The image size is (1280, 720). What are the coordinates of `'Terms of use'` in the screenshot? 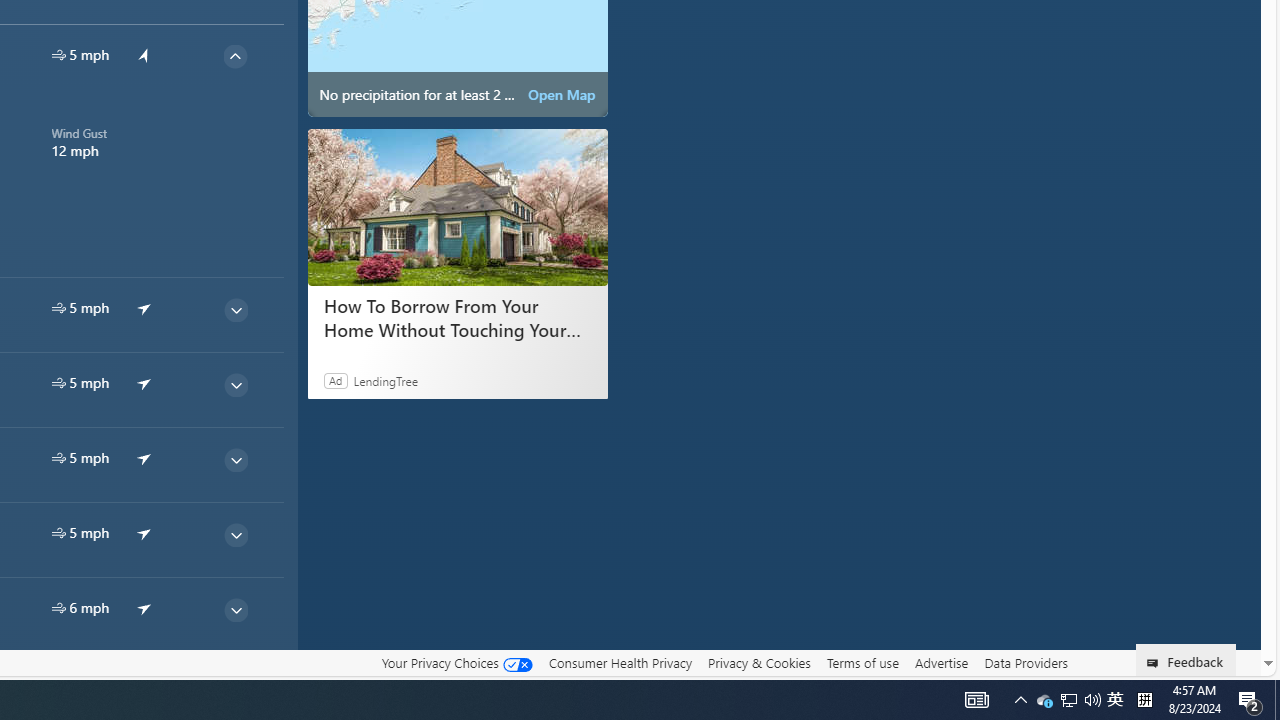 It's located at (862, 663).